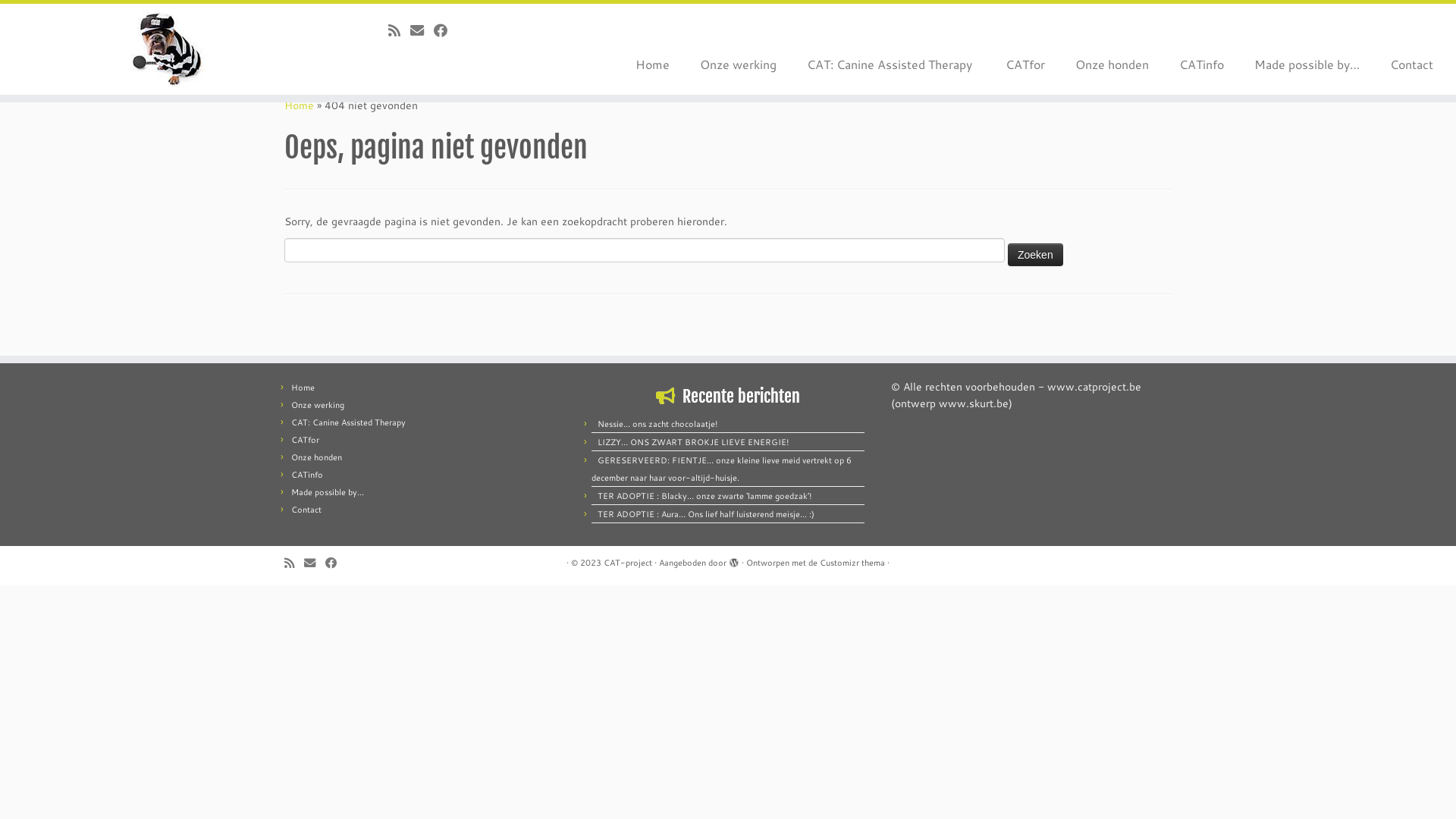  I want to click on 'Onze honden', so click(315, 456).